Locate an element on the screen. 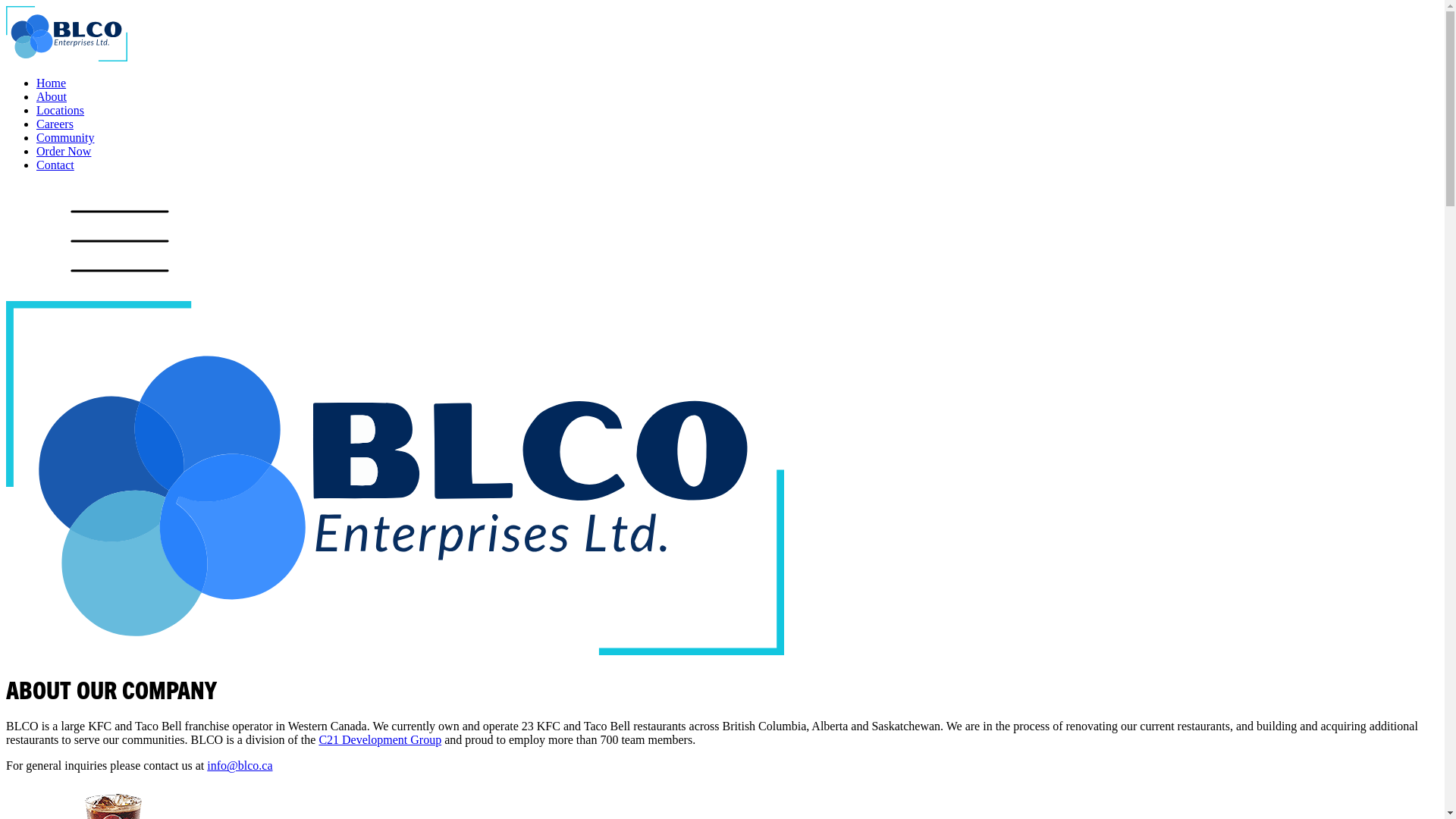 This screenshot has width=1456, height=819. 'Community' is located at coordinates (64, 137).